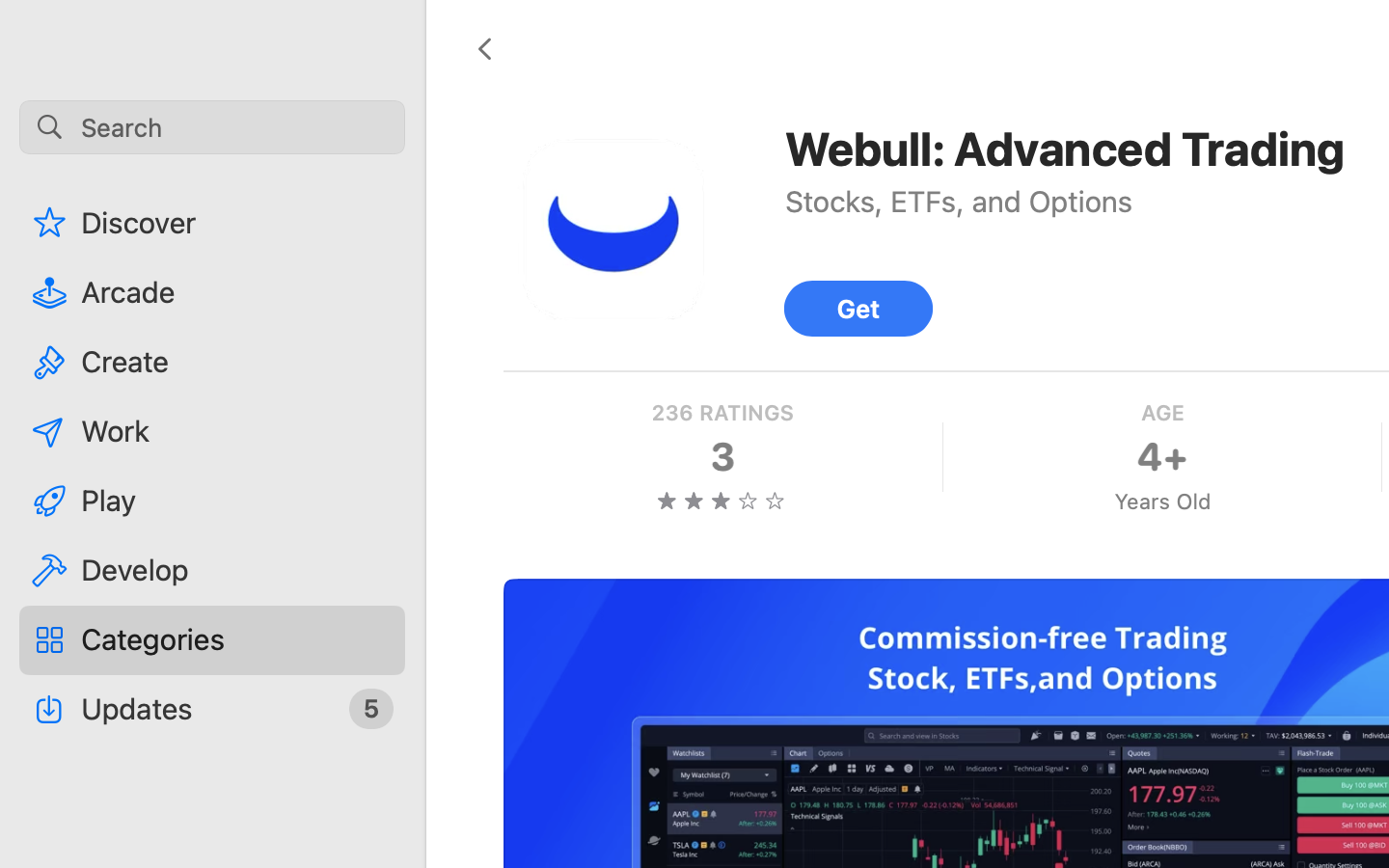  I want to click on 'three stars', so click(721, 500).